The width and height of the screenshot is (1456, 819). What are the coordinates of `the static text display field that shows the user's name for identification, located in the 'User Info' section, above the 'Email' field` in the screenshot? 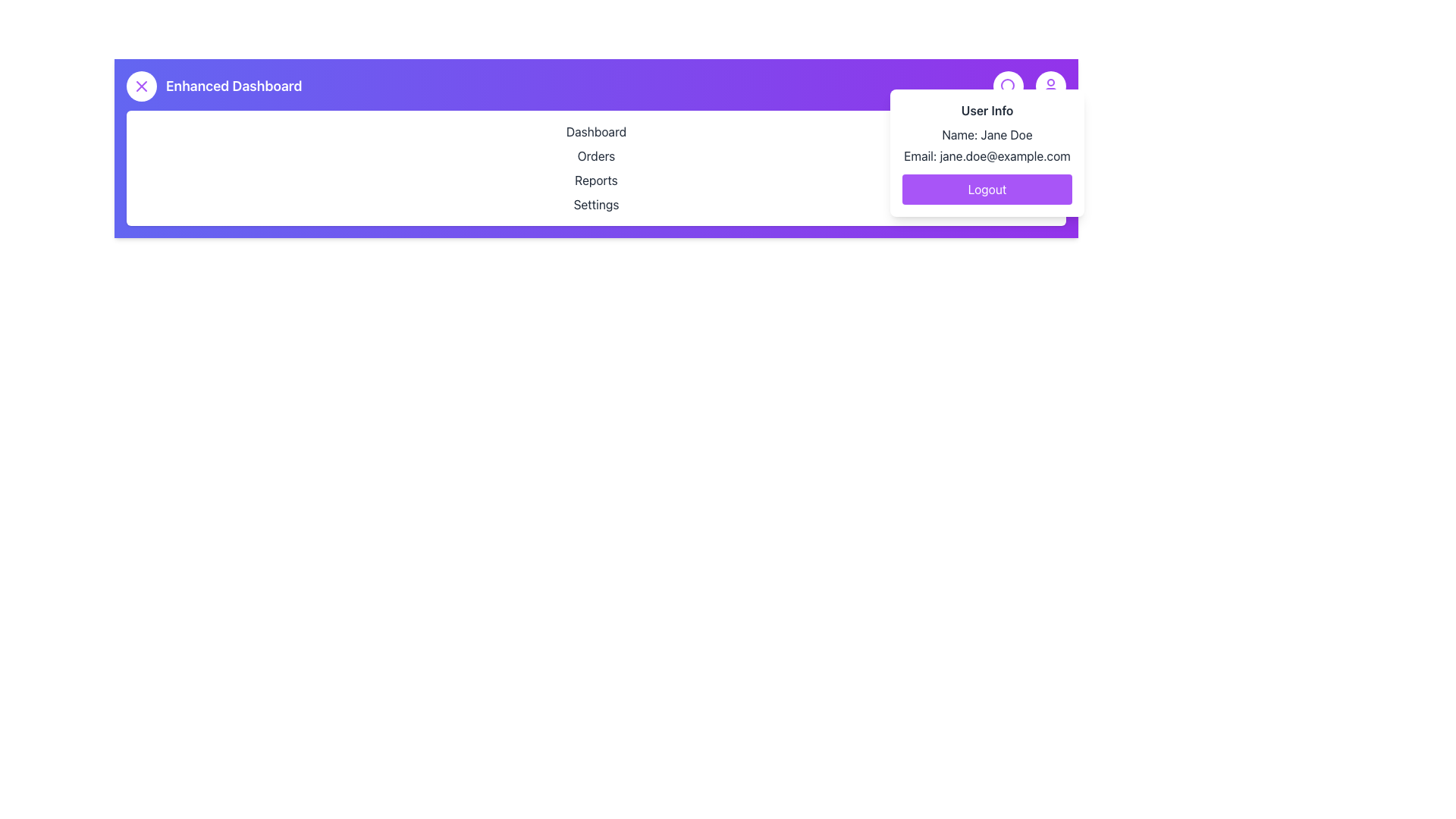 It's located at (987, 133).